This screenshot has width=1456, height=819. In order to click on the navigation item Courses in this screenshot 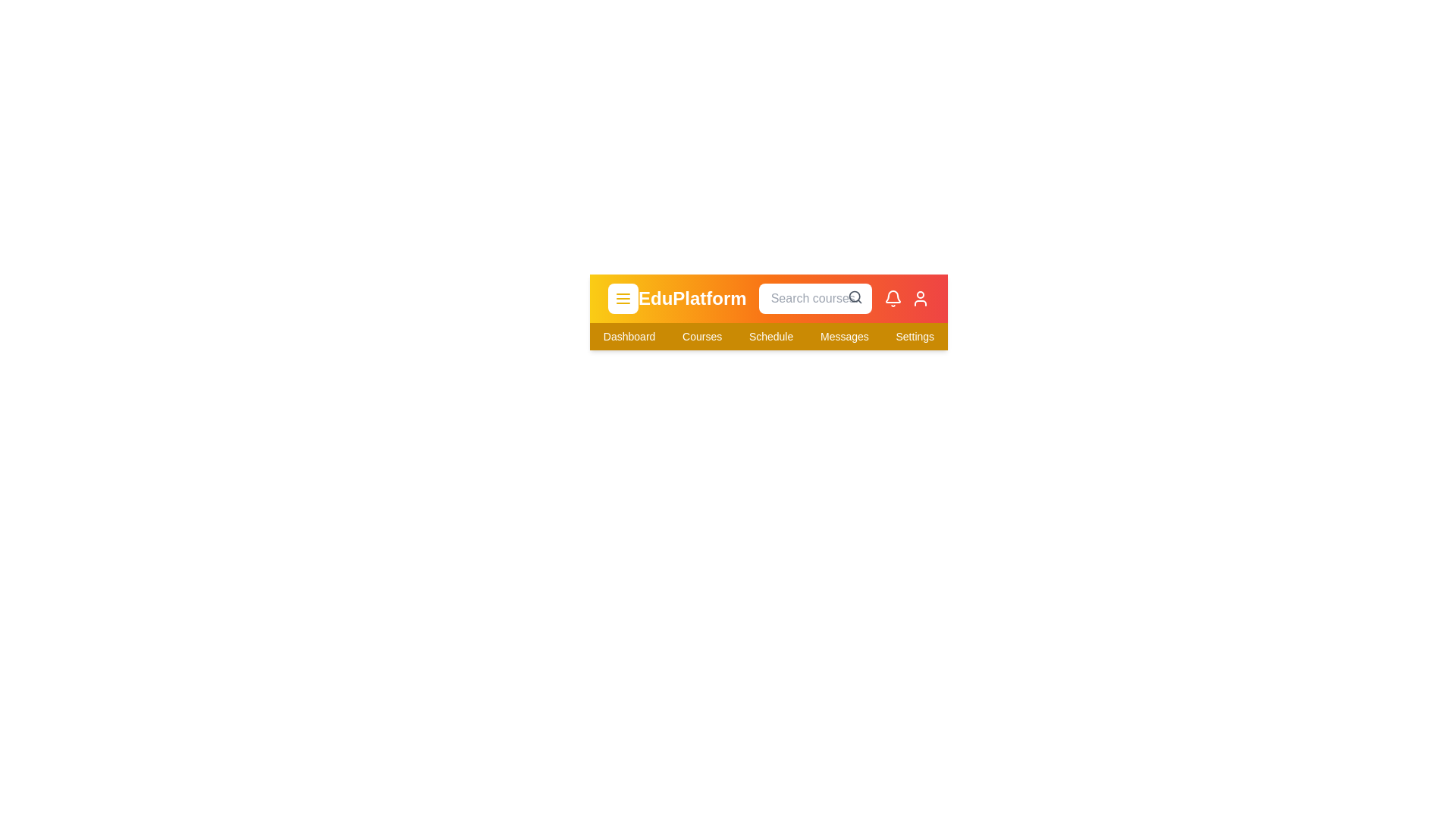, I will do `click(701, 335)`.